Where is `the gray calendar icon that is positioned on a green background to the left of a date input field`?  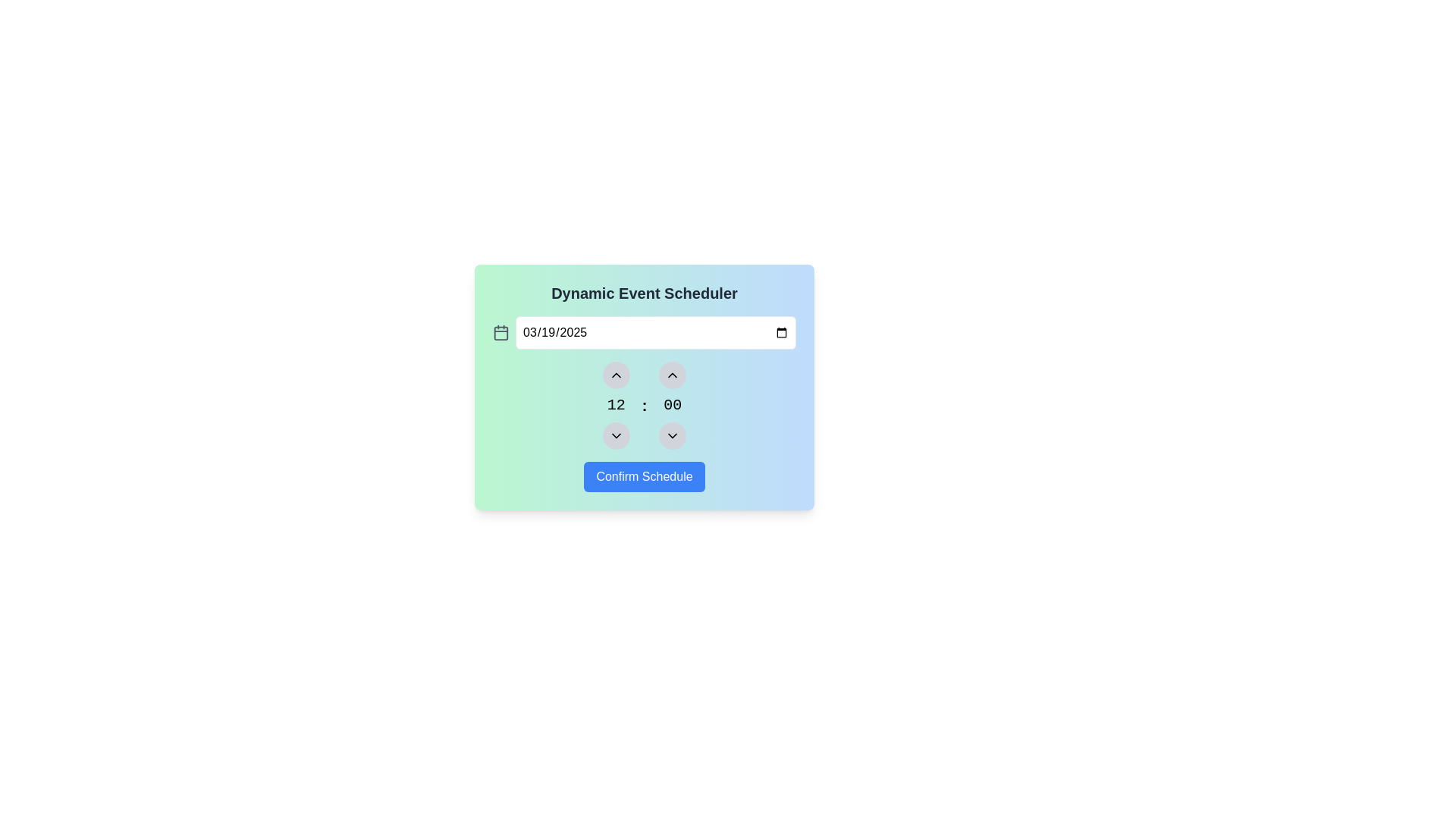
the gray calendar icon that is positioned on a green background to the left of a date input field is located at coordinates (501, 332).